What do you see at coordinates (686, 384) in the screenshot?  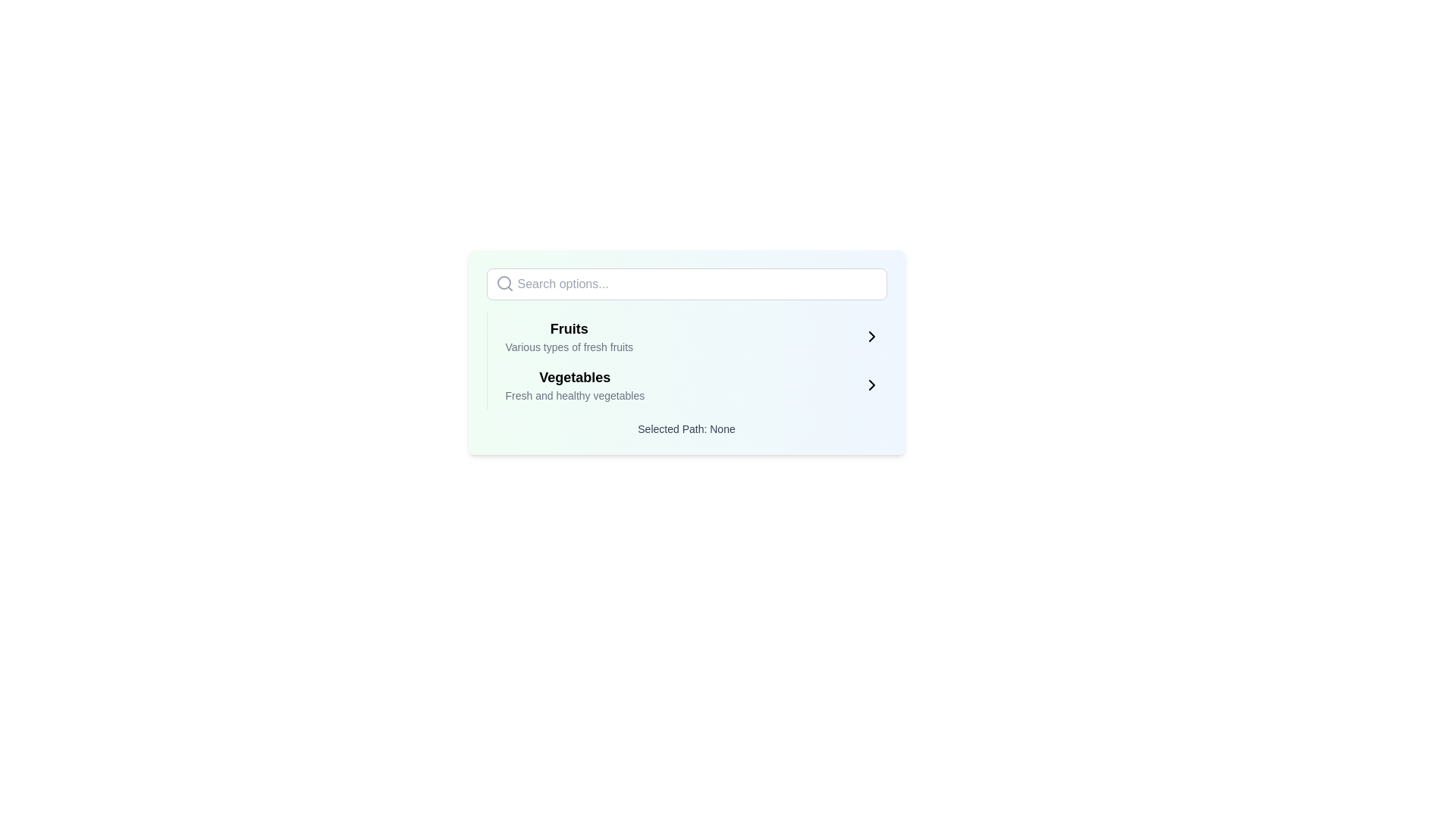 I see `the 'Vegetables' category list item` at bounding box center [686, 384].